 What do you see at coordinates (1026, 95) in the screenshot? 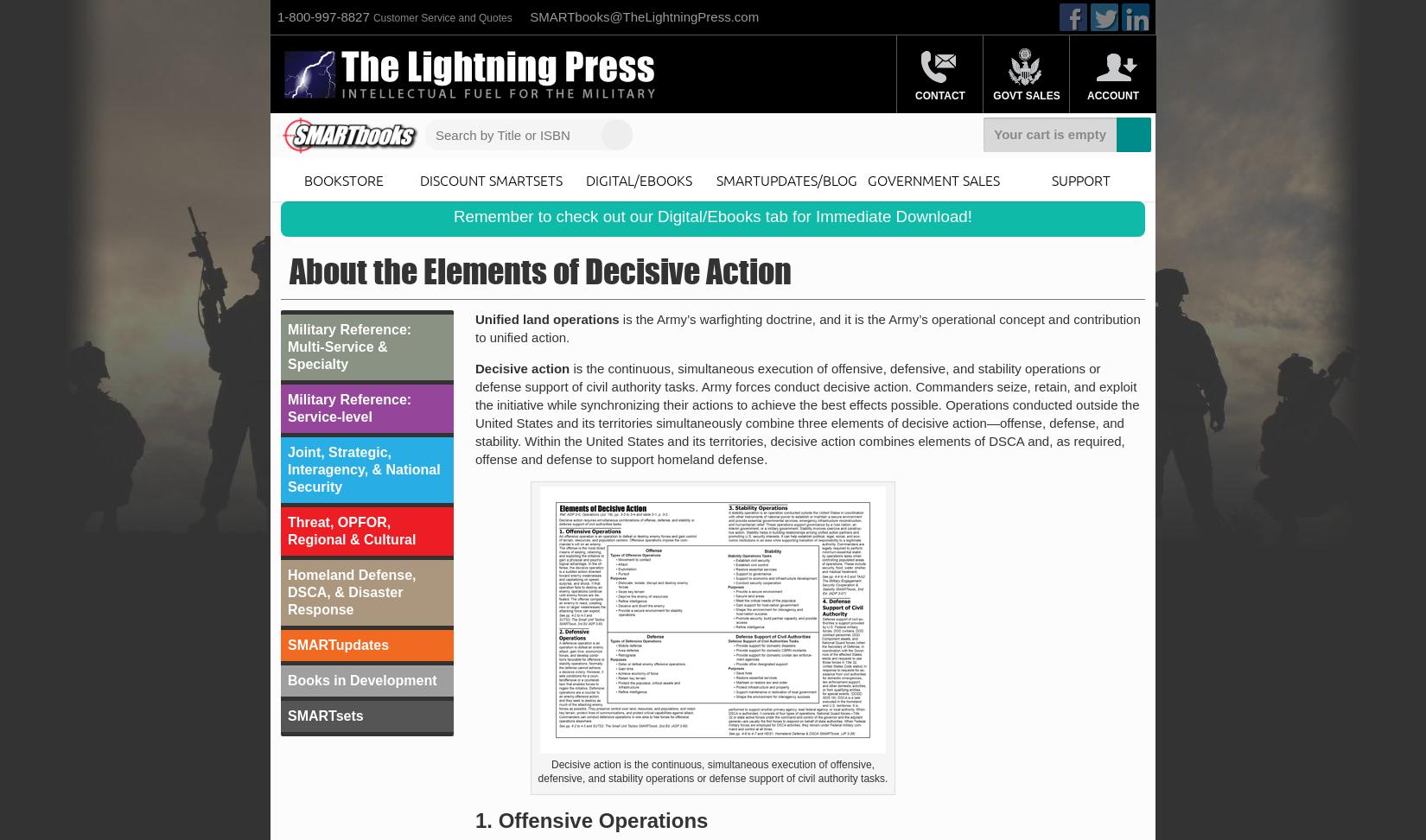
I see `'GOVT SALES'` at bounding box center [1026, 95].